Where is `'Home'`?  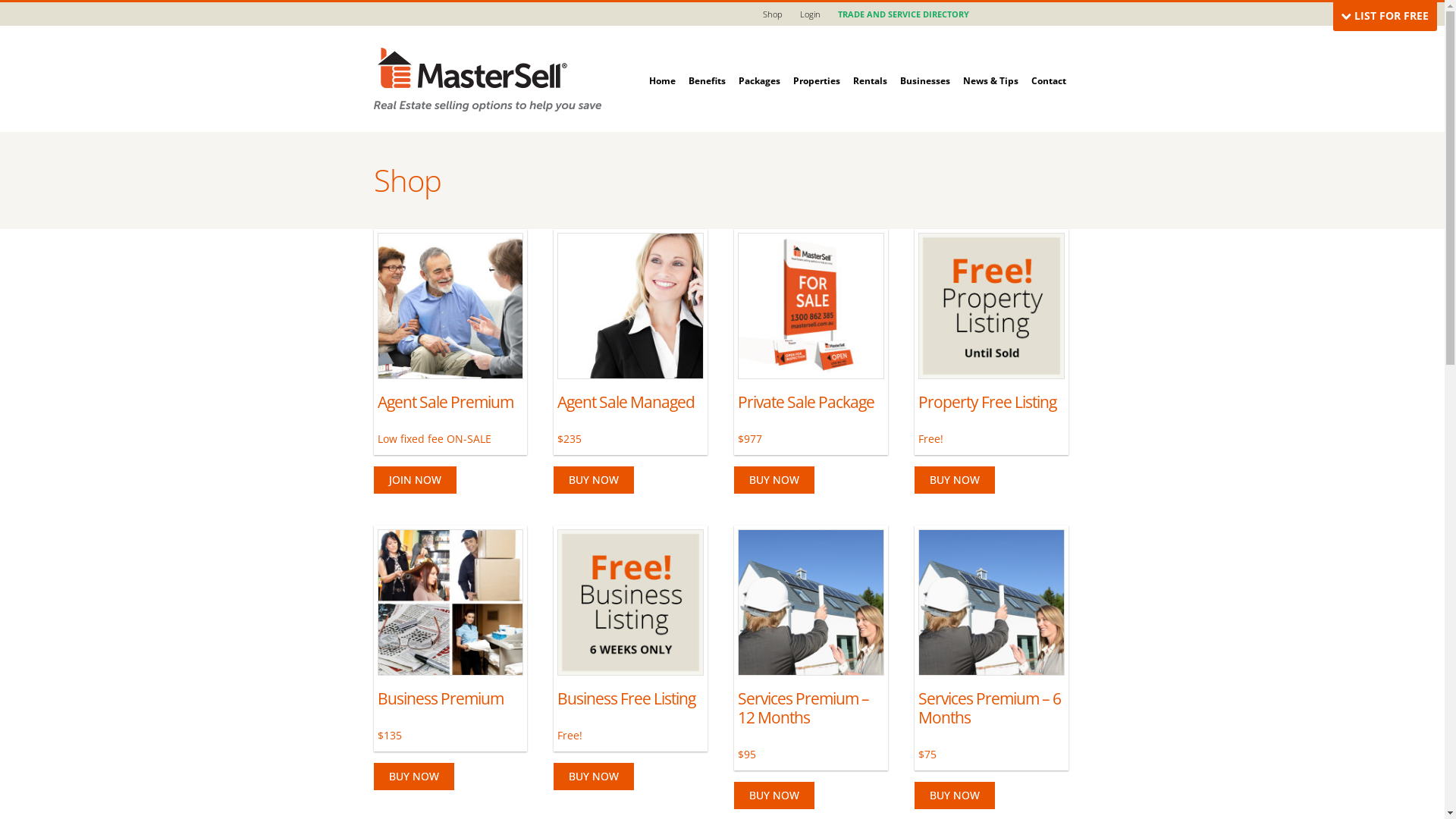
'Home' is located at coordinates (648, 64).